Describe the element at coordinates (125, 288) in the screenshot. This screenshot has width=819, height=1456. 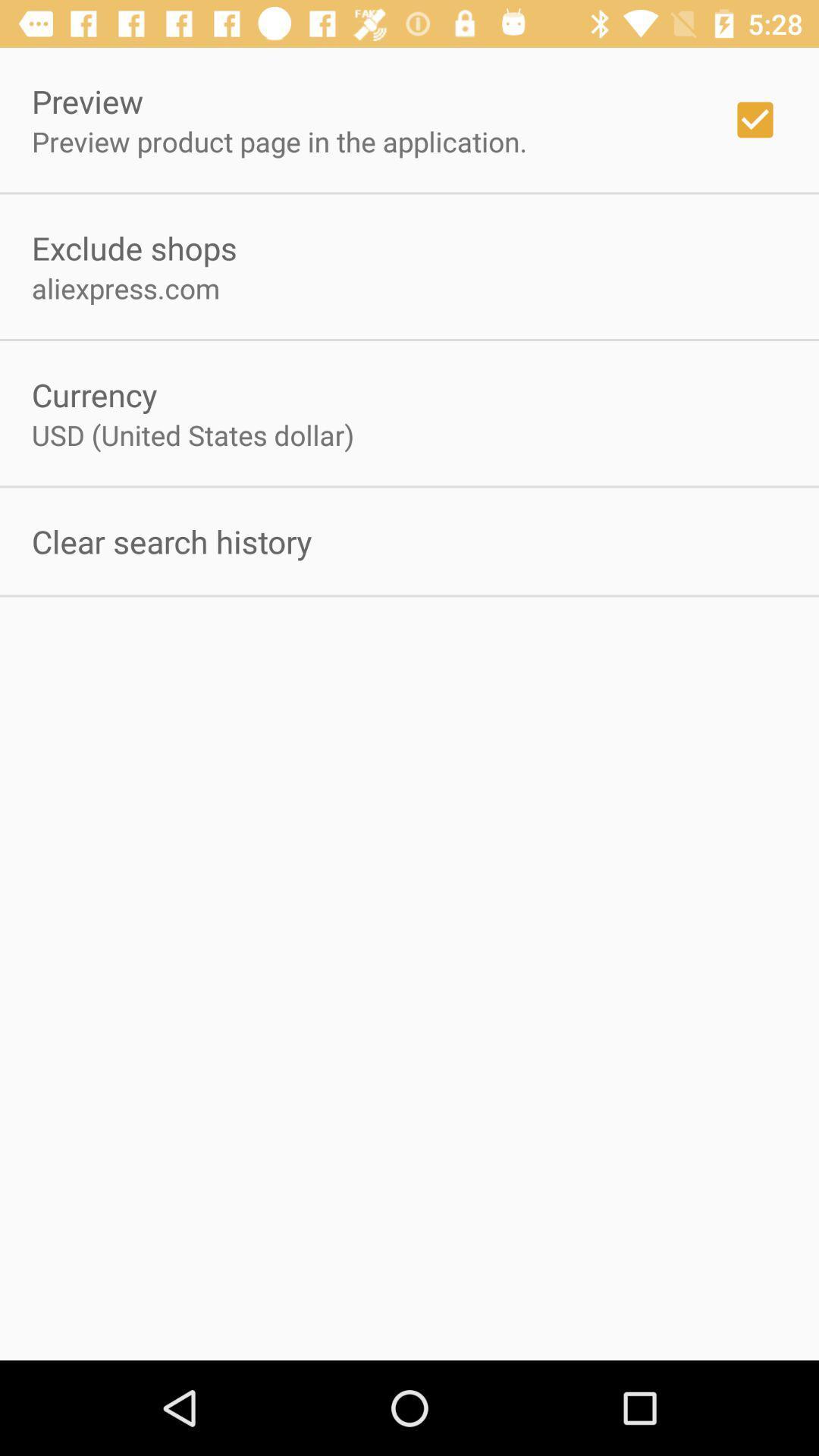
I see `aliexpress.com app` at that location.